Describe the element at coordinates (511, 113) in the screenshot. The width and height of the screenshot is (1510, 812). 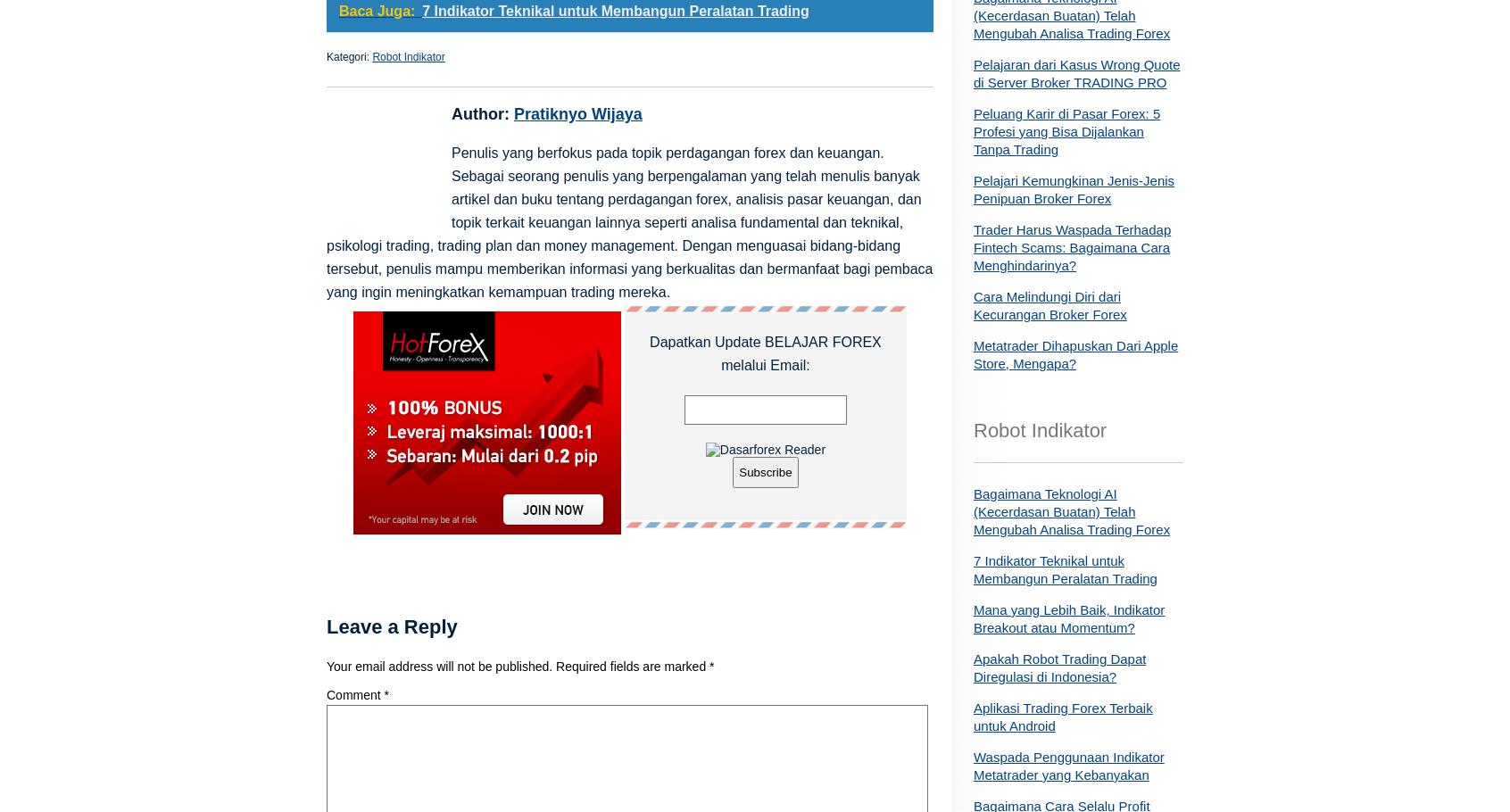
I see `'Pratiknyo Wijaya'` at that location.